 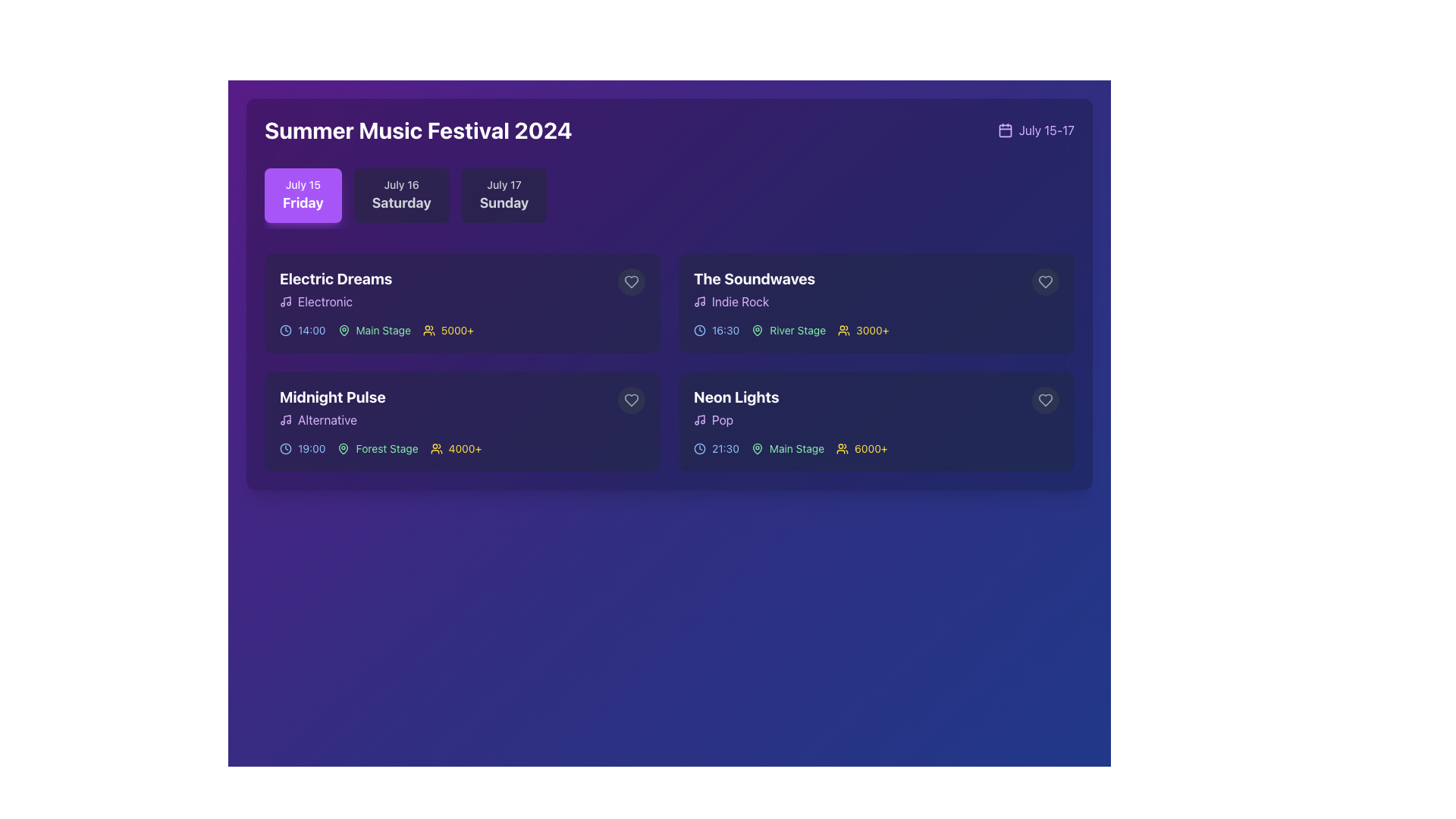 What do you see at coordinates (1035, 130) in the screenshot?
I see `the text in the Text and Icon Composite that describes the event's range of dates, located at the top-right corner of the interface, adjacent to the header 'Summer Music Festival 2024'` at bounding box center [1035, 130].